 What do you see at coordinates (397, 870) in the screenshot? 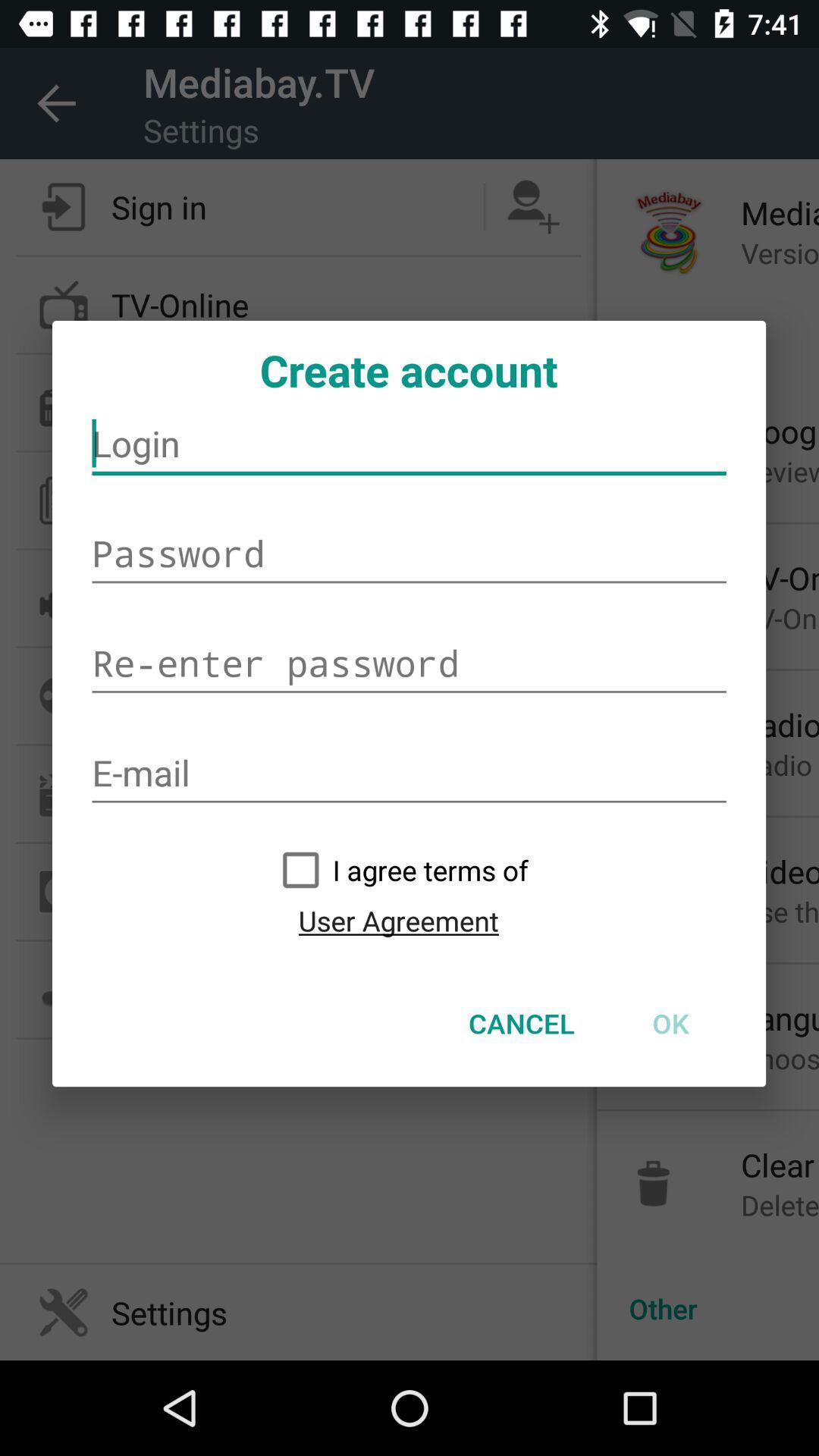
I see `the i agree terms item` at bounding box center [397, 870].